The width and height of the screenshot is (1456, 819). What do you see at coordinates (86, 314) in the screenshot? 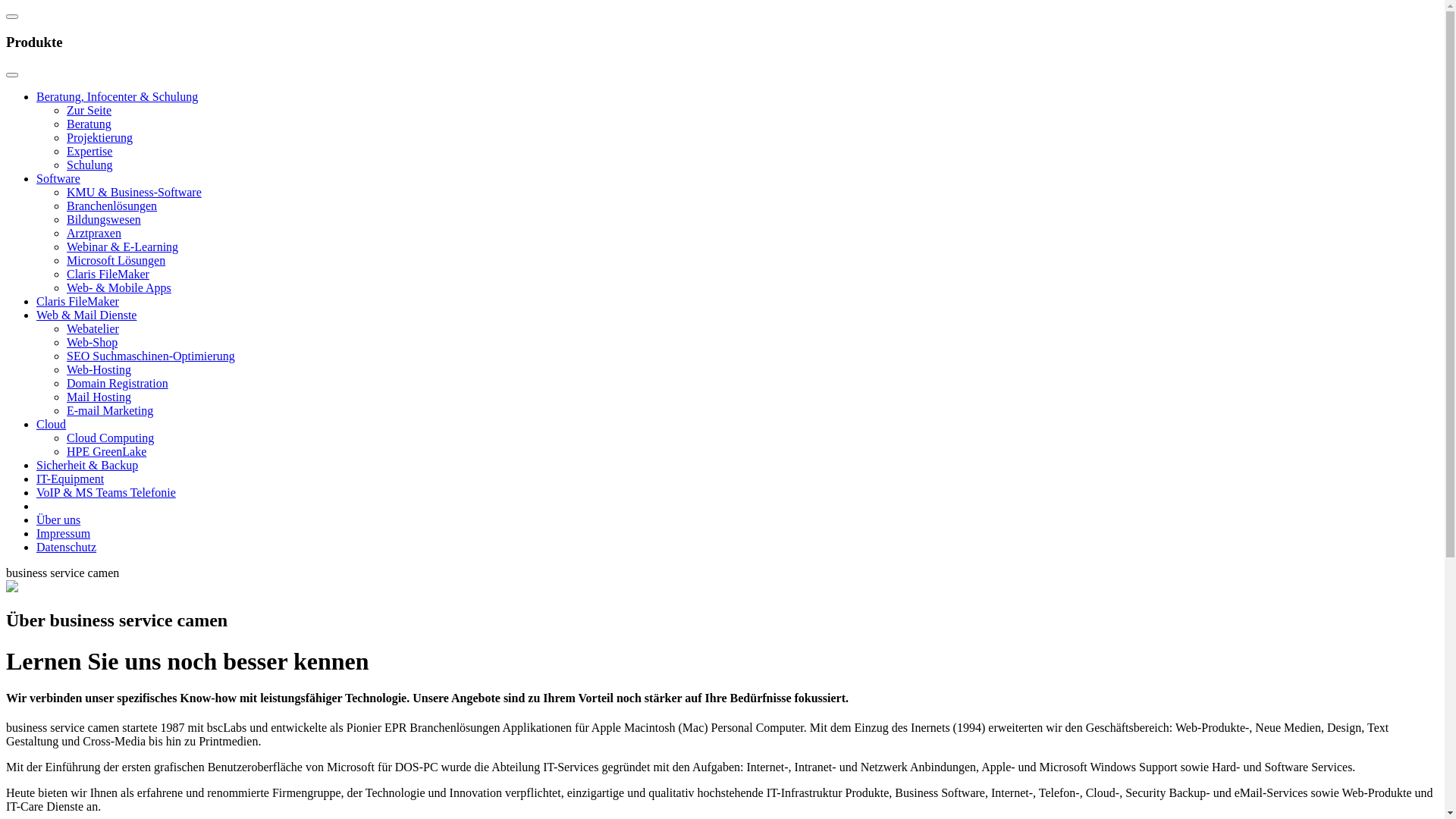
I see `'Web & Mail Dienste'` at bounding box center [86, 314].